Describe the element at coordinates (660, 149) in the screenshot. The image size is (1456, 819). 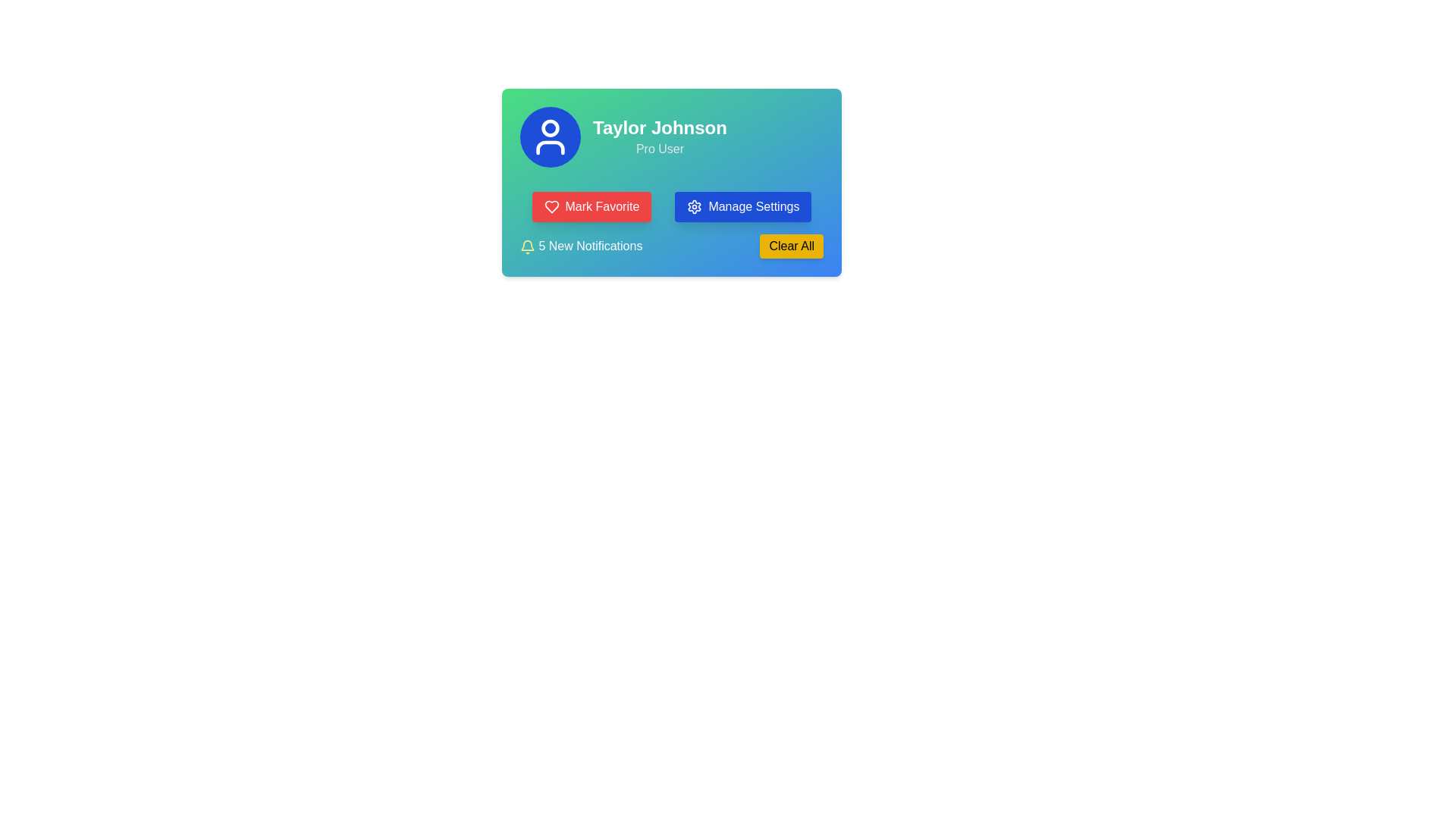
I see `the 'Pro User' label, which is styled in light-colored text and positioned below the 'Taylor Johnson' label, indicating a status display` at that location.